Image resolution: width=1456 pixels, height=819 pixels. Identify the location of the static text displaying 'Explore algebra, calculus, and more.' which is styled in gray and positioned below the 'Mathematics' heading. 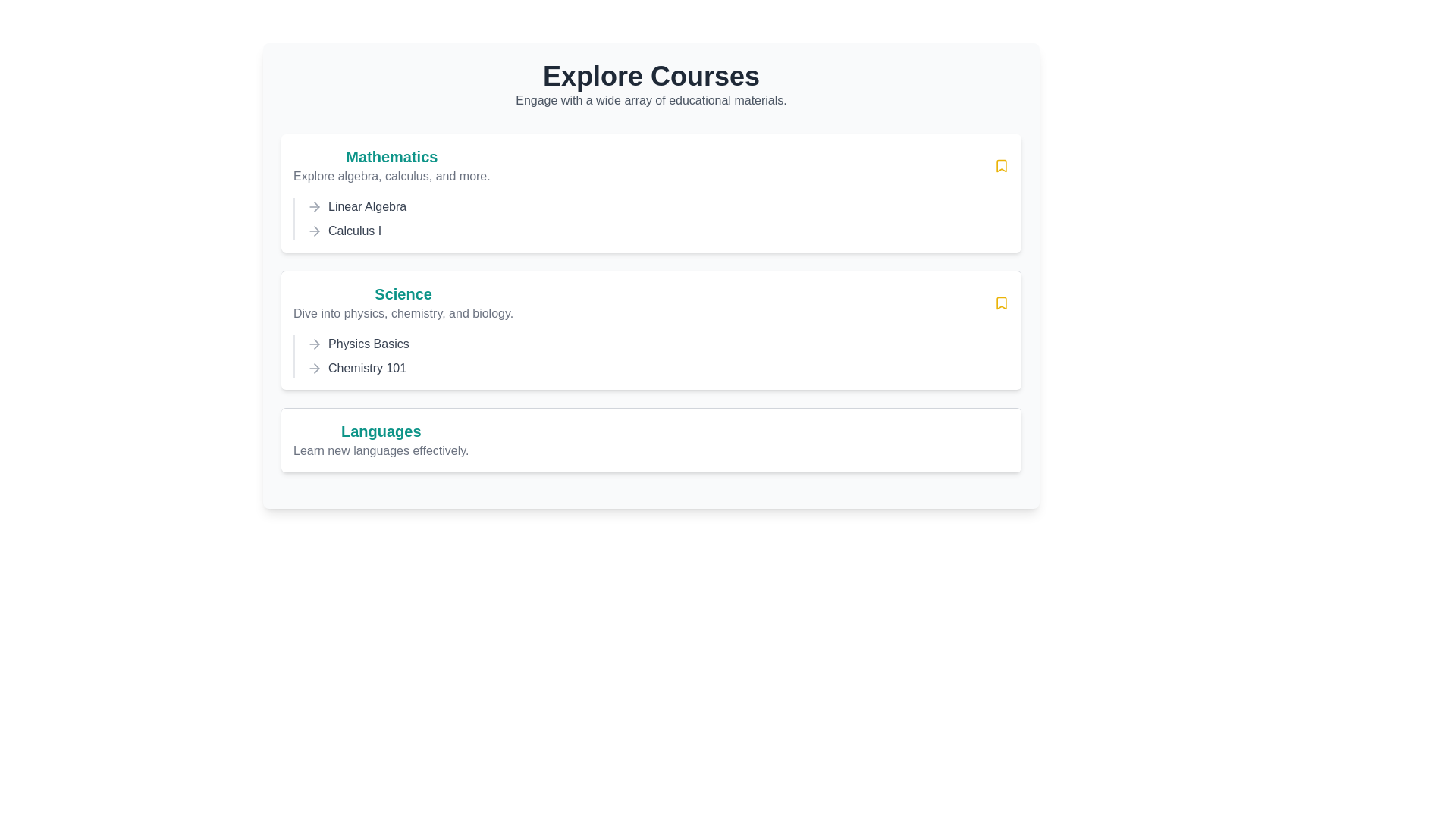
(391, 175).